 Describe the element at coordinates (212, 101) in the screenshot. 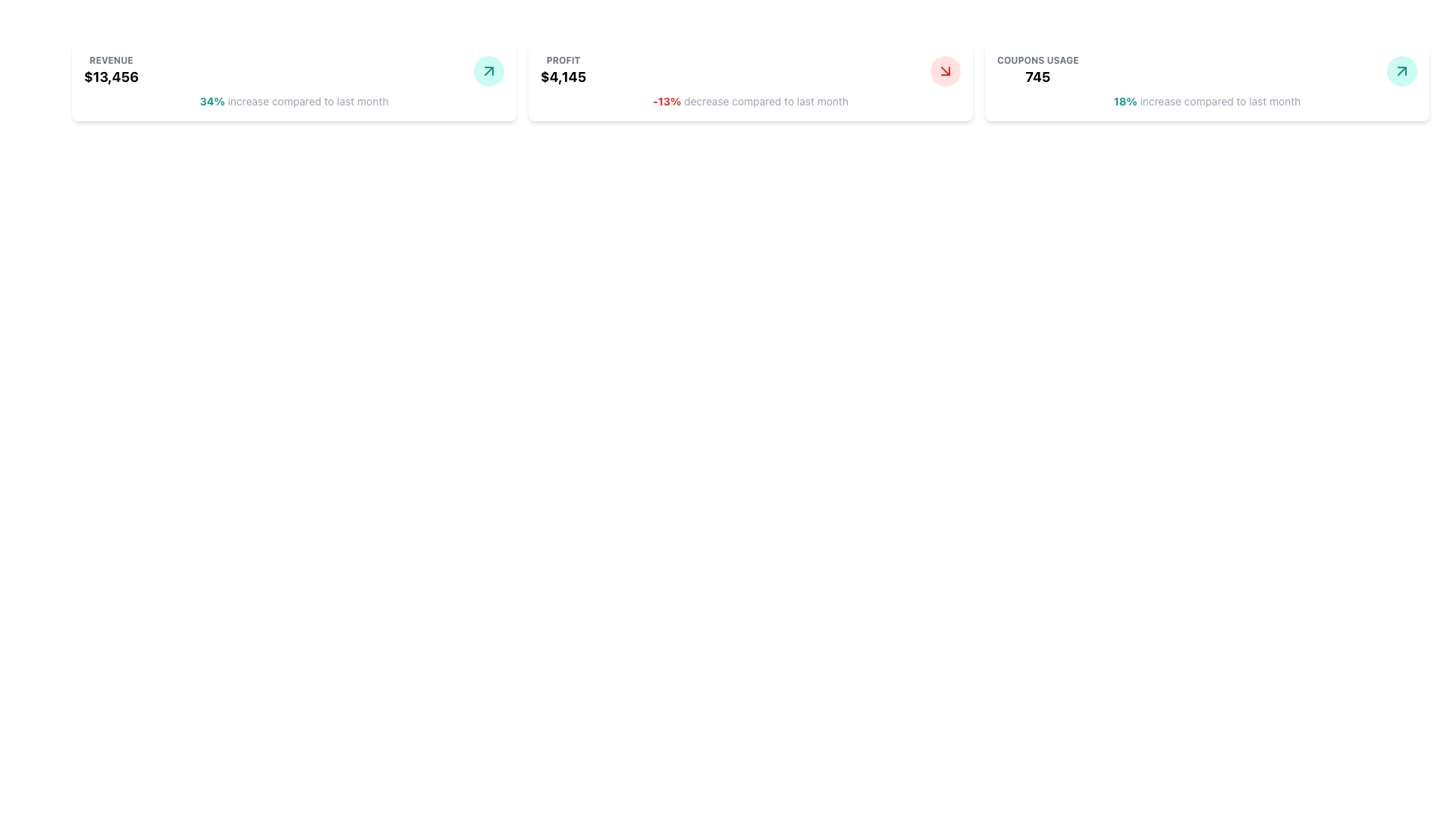

I see `the text element indicating a 34% increase in revenue located under the '$13,456' revenue value within the 'REVENUE' card` at that location.